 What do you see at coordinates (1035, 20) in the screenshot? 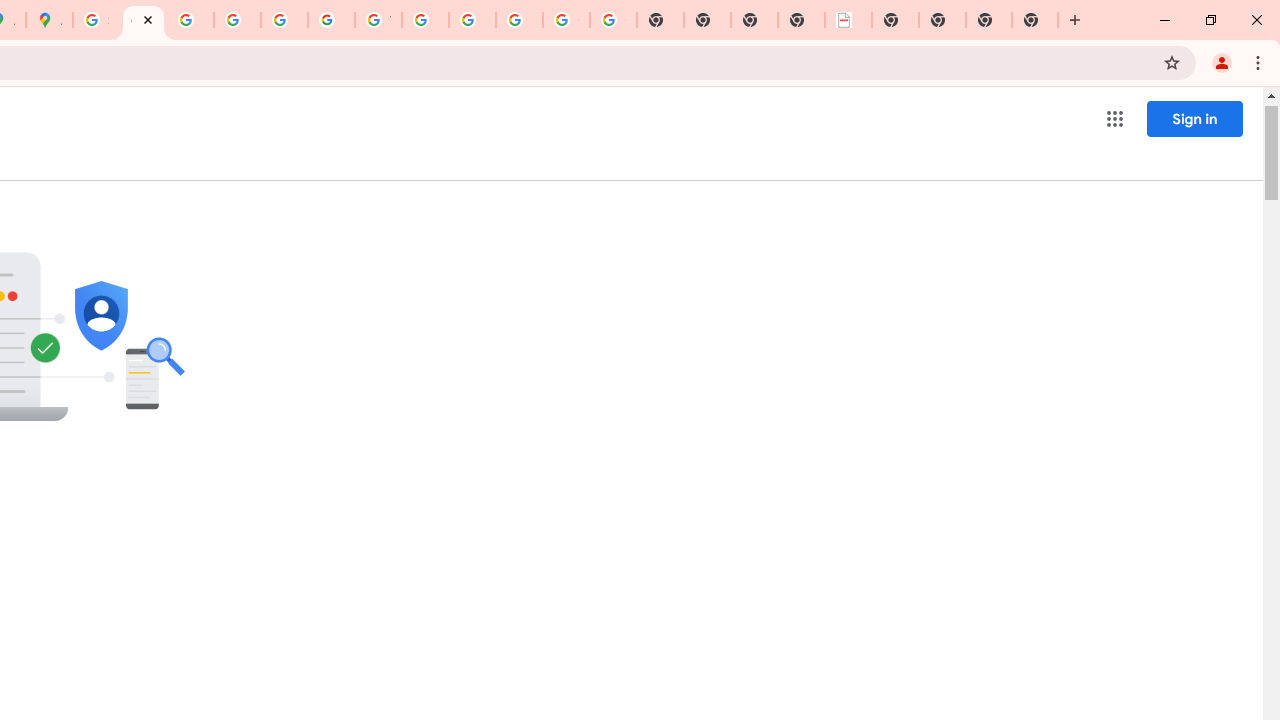
I see `'New Tab'` at bounding box center [1035, 20].